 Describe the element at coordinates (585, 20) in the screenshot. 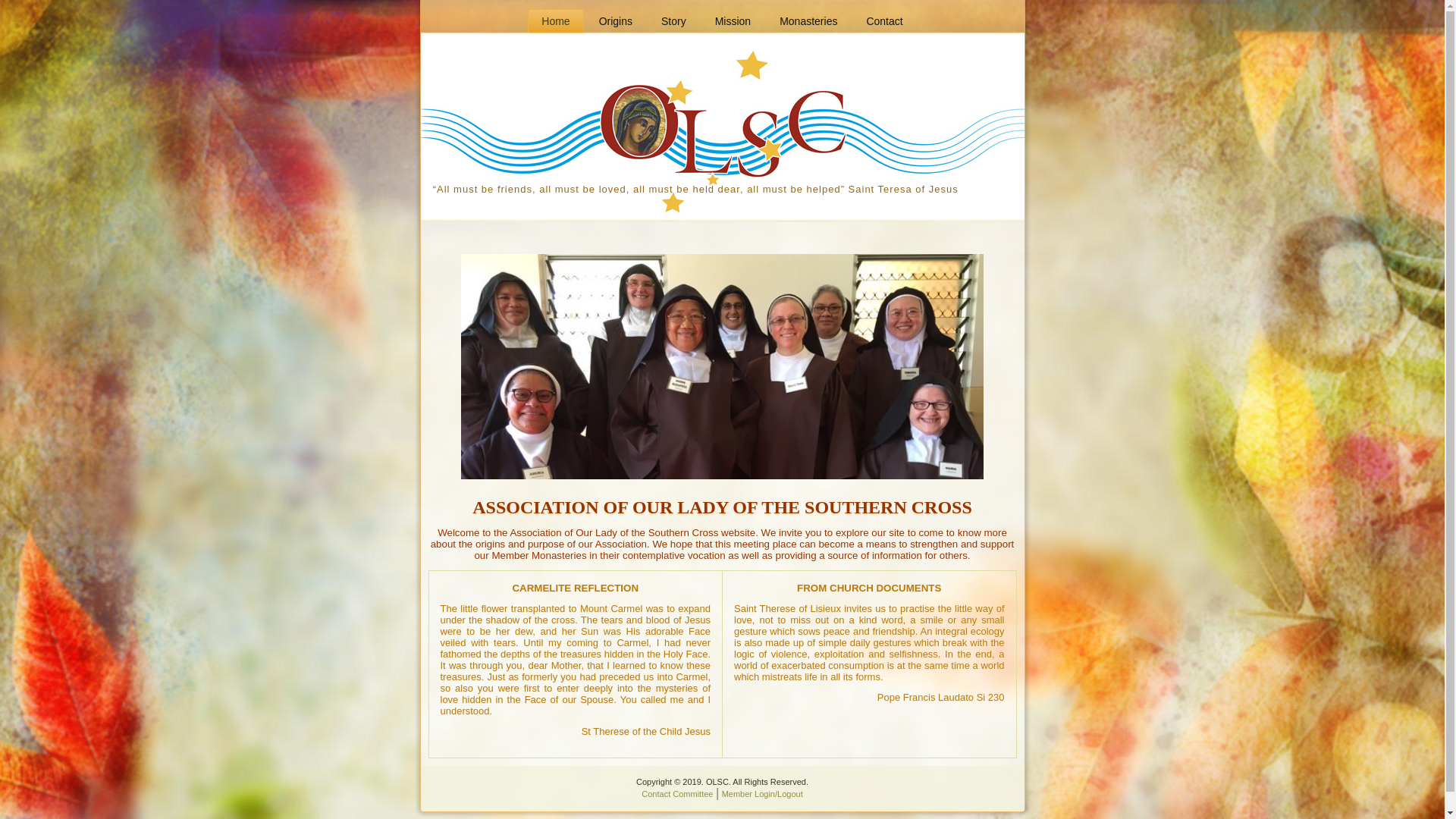

I see `'Origins'` at that location.